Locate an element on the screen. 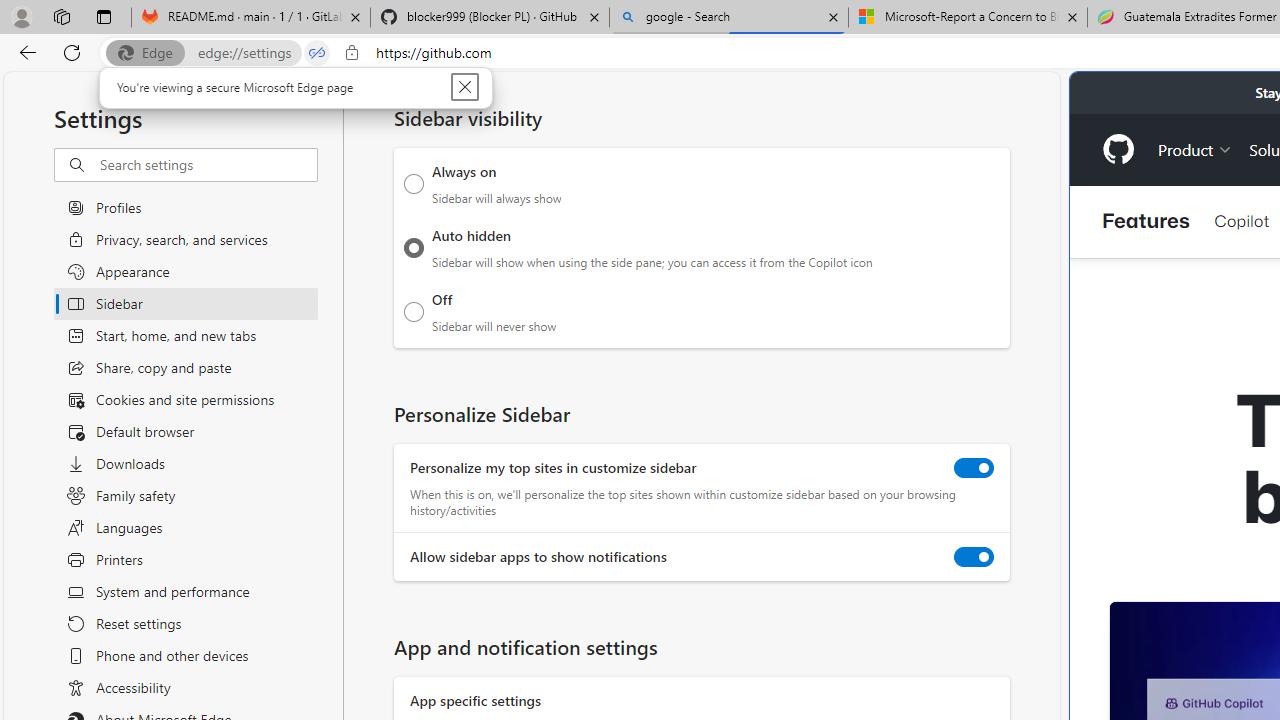 The height and width of the screenshot is (720, 1280). 'Personalize my top sites in customize sidebar' is located at coordinates (974, 468).